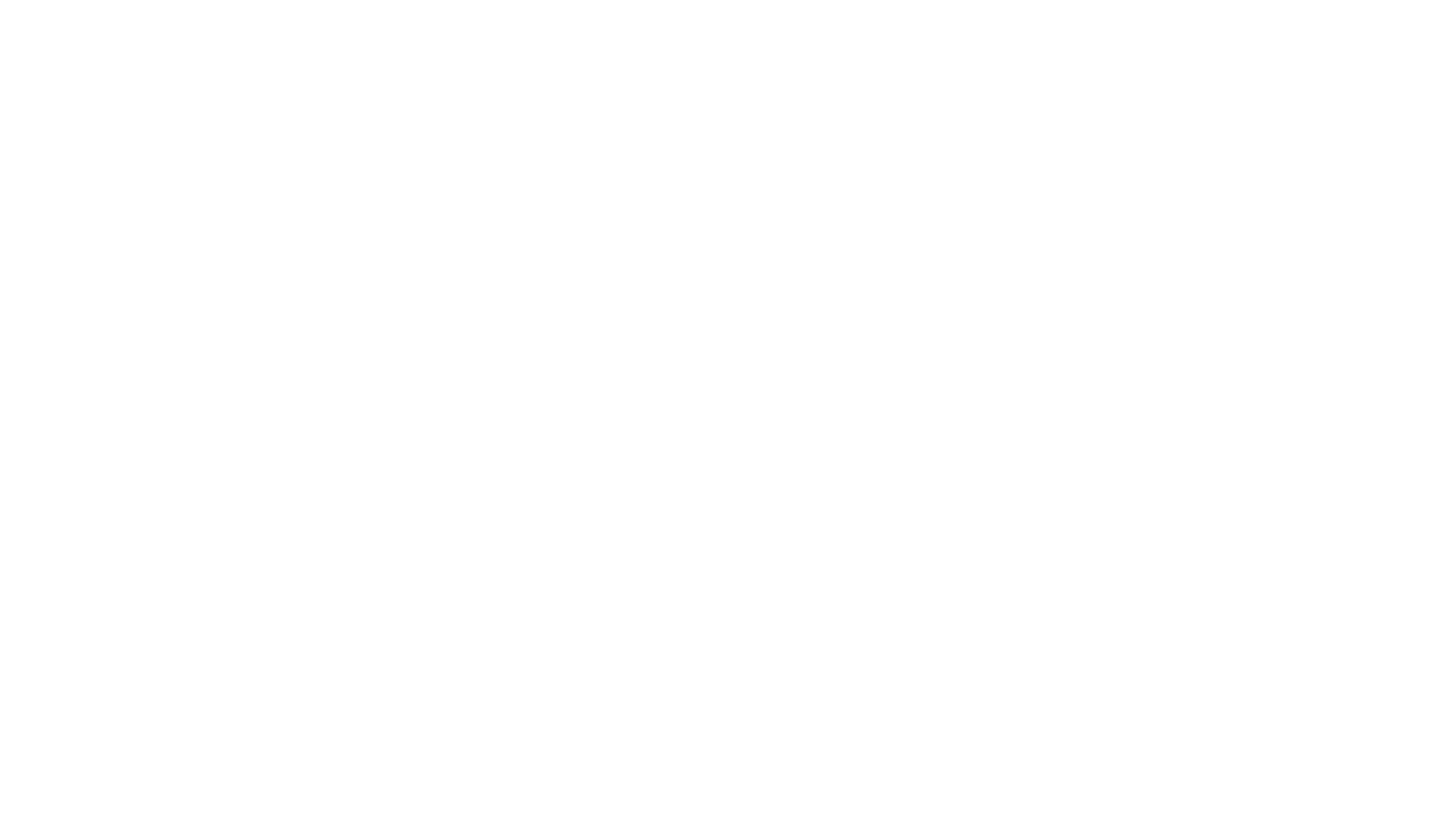 Image resolution: width=1456 pixels, height=833 pixels. What do you see at coordinates (582, 626) in the screenshot?
I see `'01933 222427'` at bounding box center [582, 626].